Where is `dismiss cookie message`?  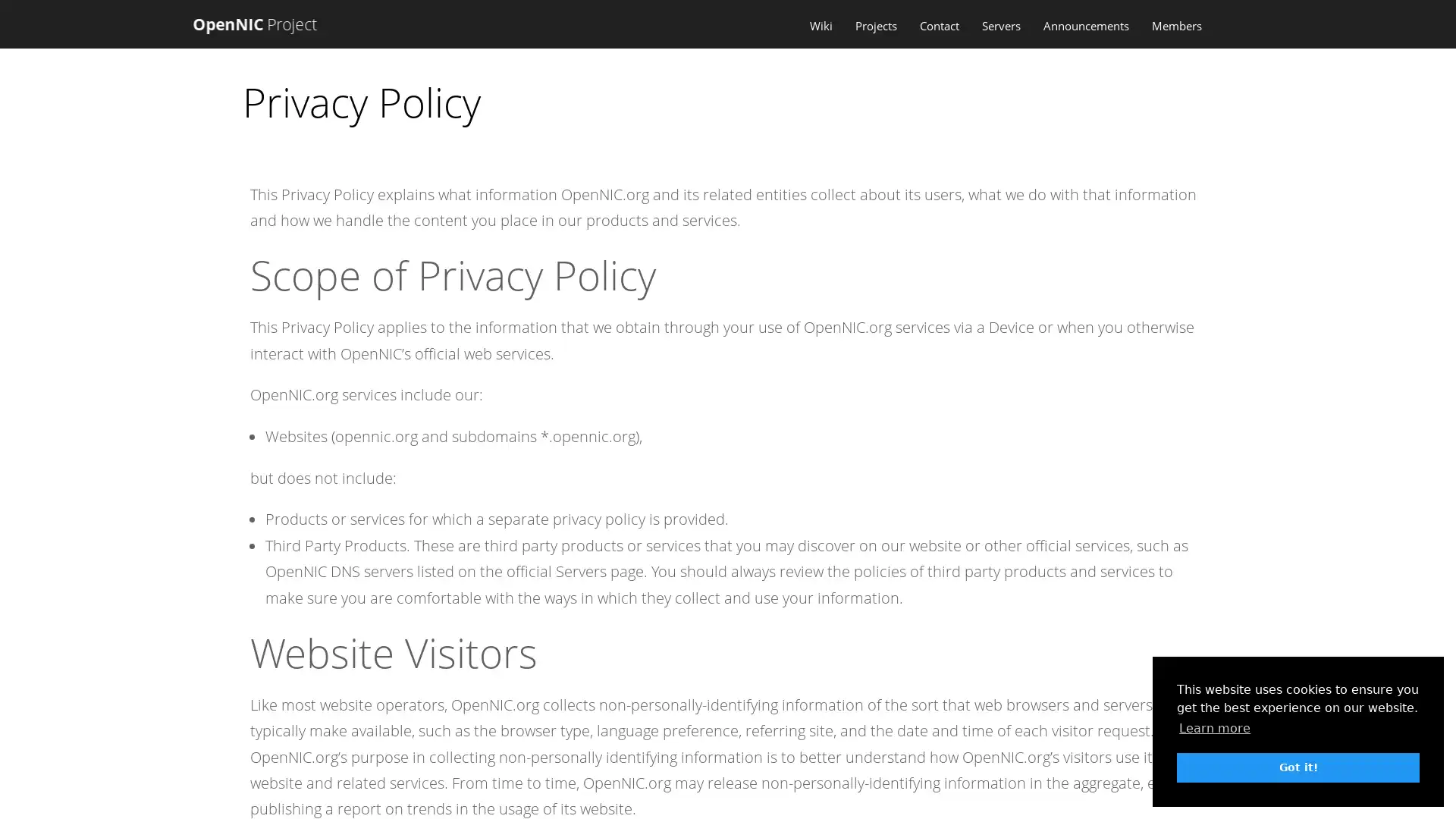
dismiss cookie message is located at coordinates (1298, 767).